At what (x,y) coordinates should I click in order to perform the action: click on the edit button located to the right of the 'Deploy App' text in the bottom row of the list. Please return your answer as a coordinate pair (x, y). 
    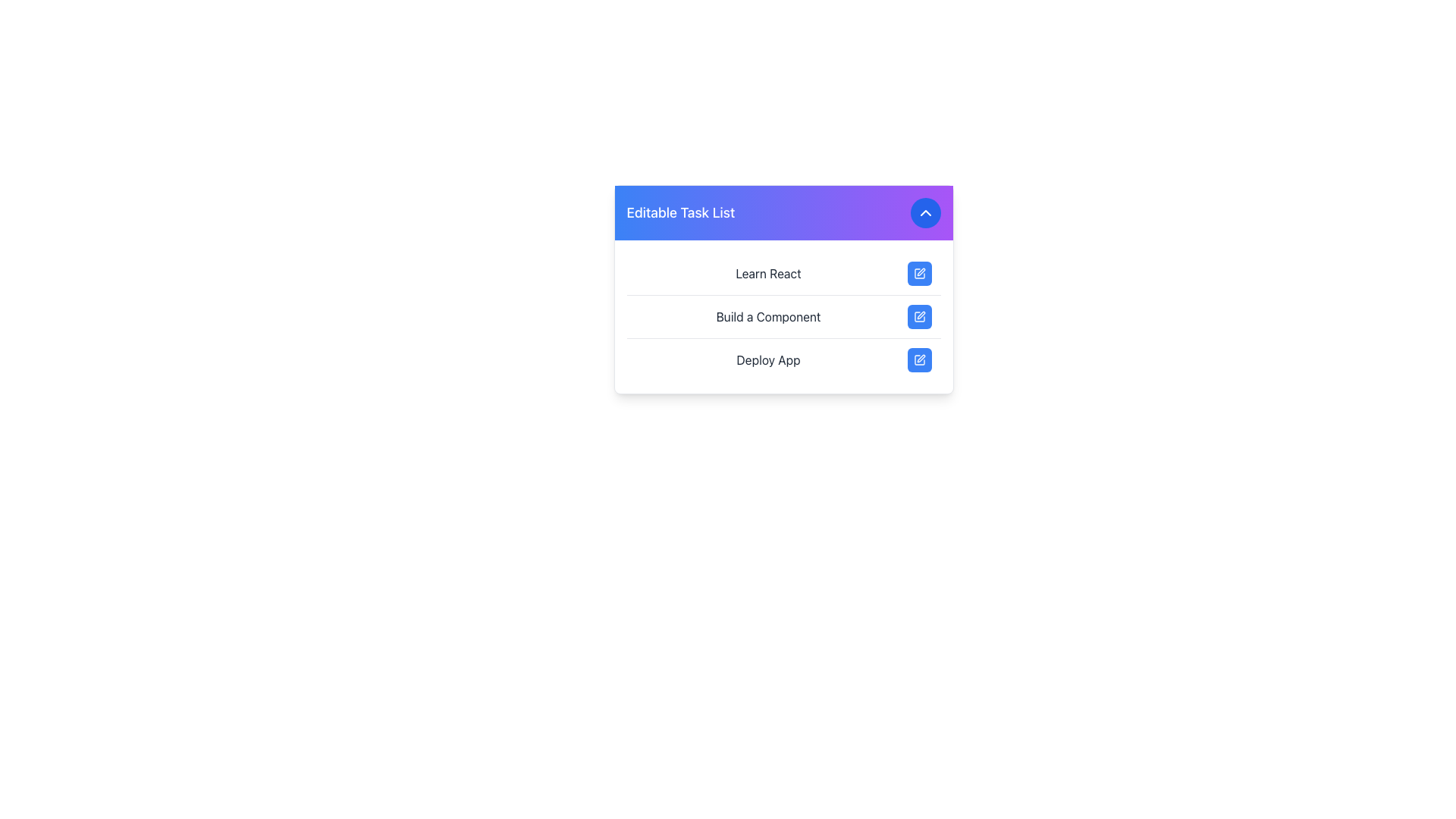
    Looking at the image, I should click on (918, 359).